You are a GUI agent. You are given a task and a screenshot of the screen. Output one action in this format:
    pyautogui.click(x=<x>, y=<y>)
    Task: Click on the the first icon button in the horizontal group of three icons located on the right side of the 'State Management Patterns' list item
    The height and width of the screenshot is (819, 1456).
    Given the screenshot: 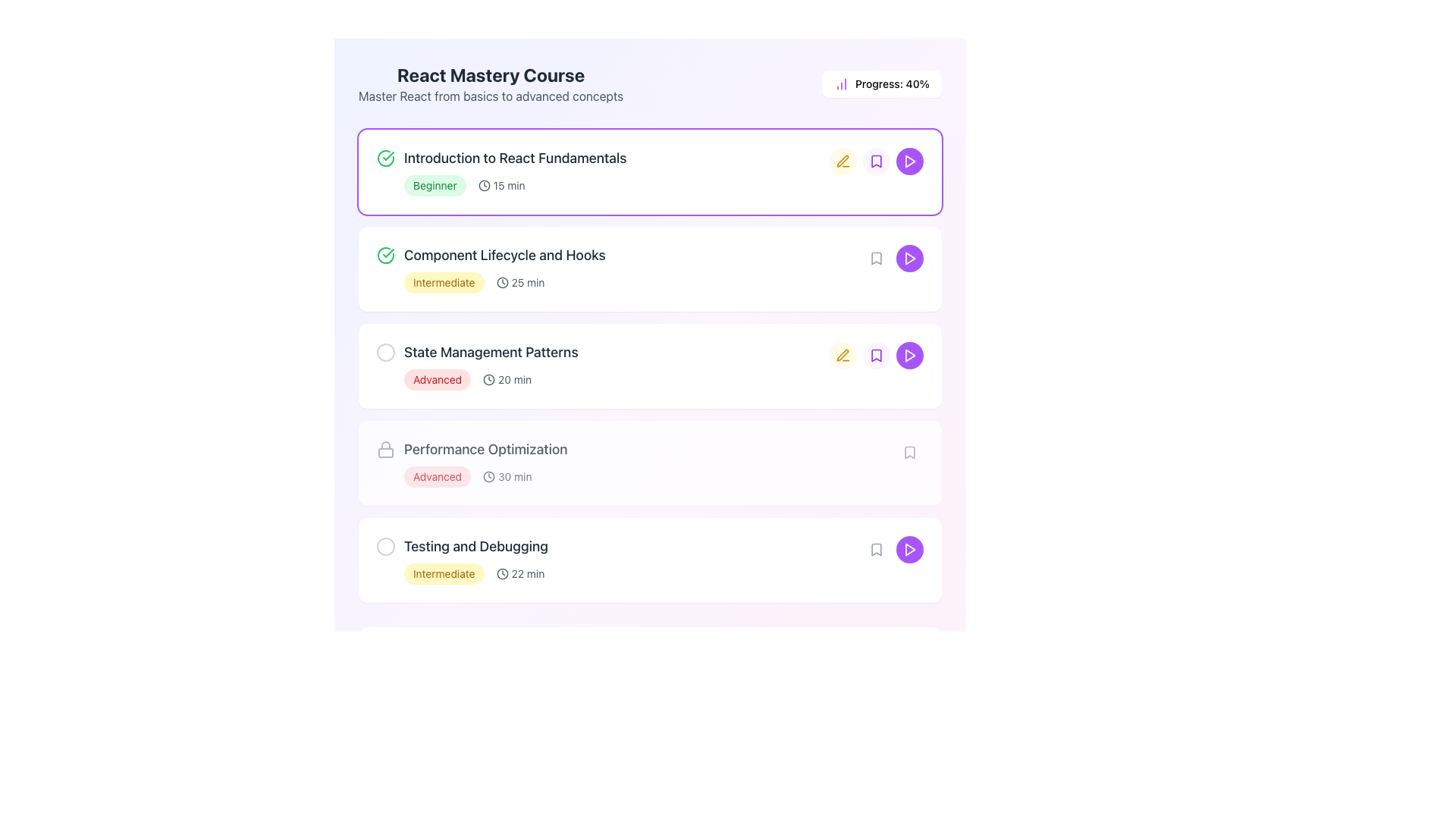 What is the action you would take?
    pyautogui.click(x=843, y=356)
    